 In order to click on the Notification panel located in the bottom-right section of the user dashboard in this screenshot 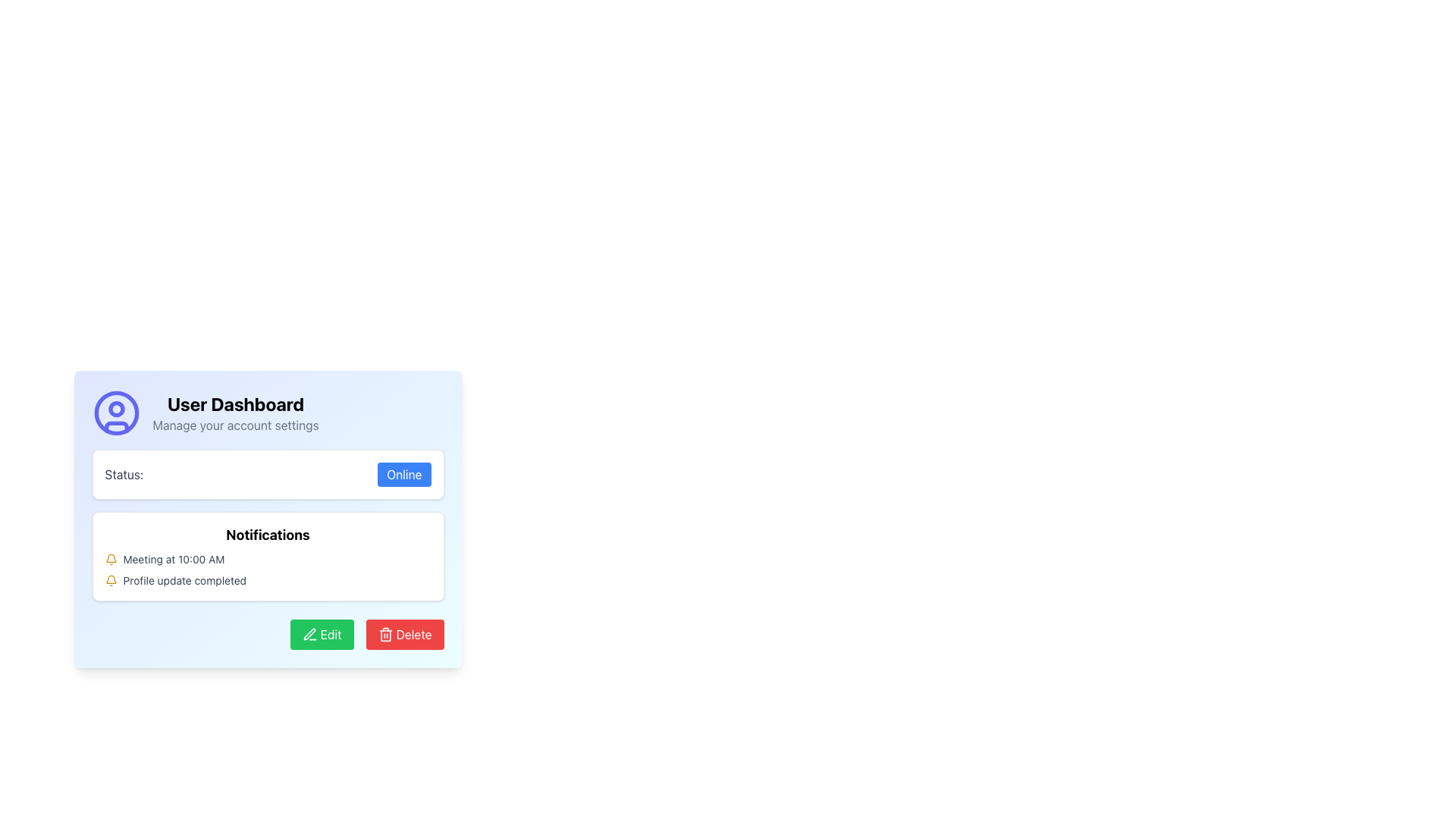, I will do `click(268, 525)`.